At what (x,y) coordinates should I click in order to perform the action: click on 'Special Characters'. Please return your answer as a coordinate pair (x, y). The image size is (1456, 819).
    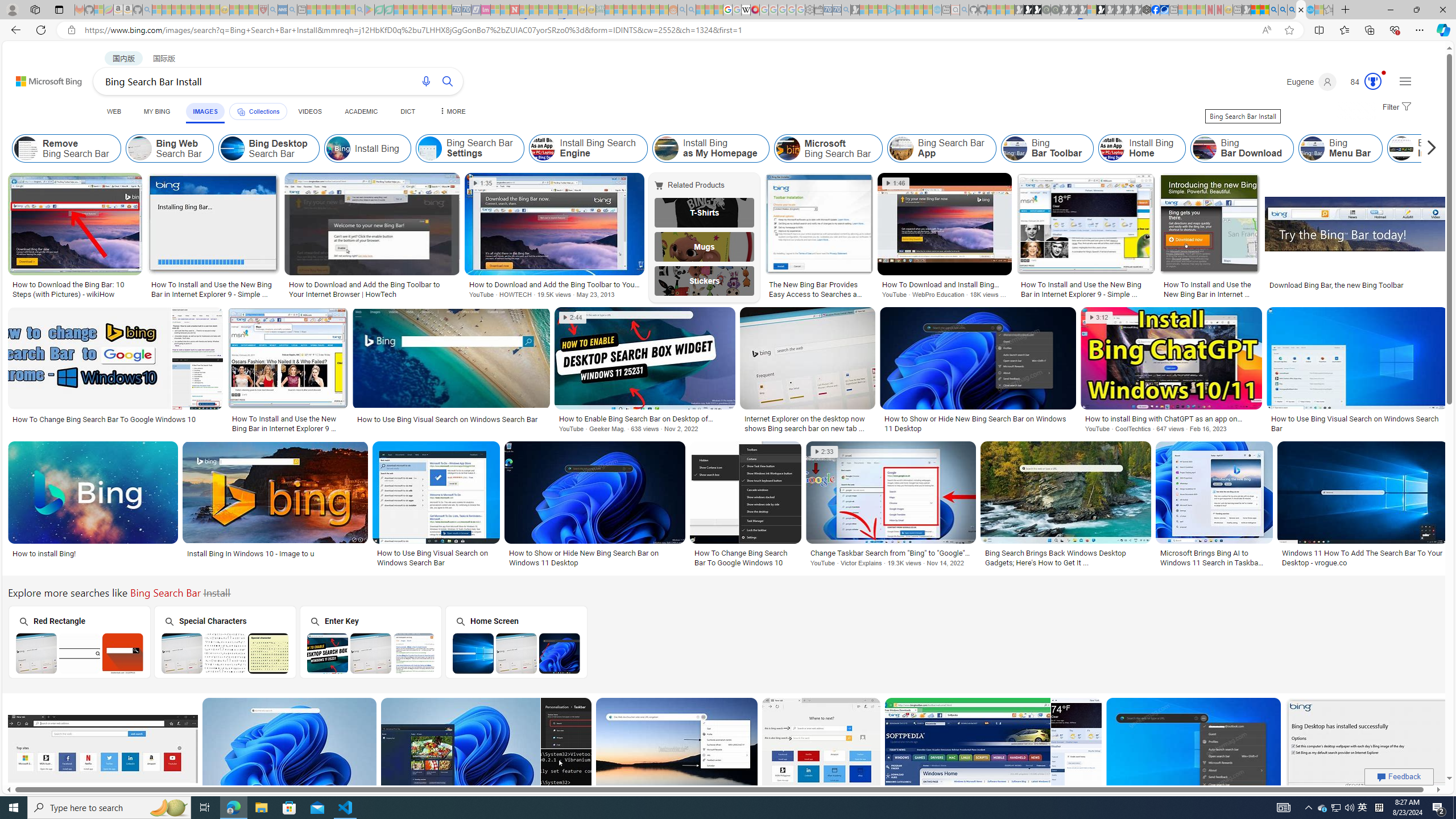
    Looking at the image, I should click on (225, 641).